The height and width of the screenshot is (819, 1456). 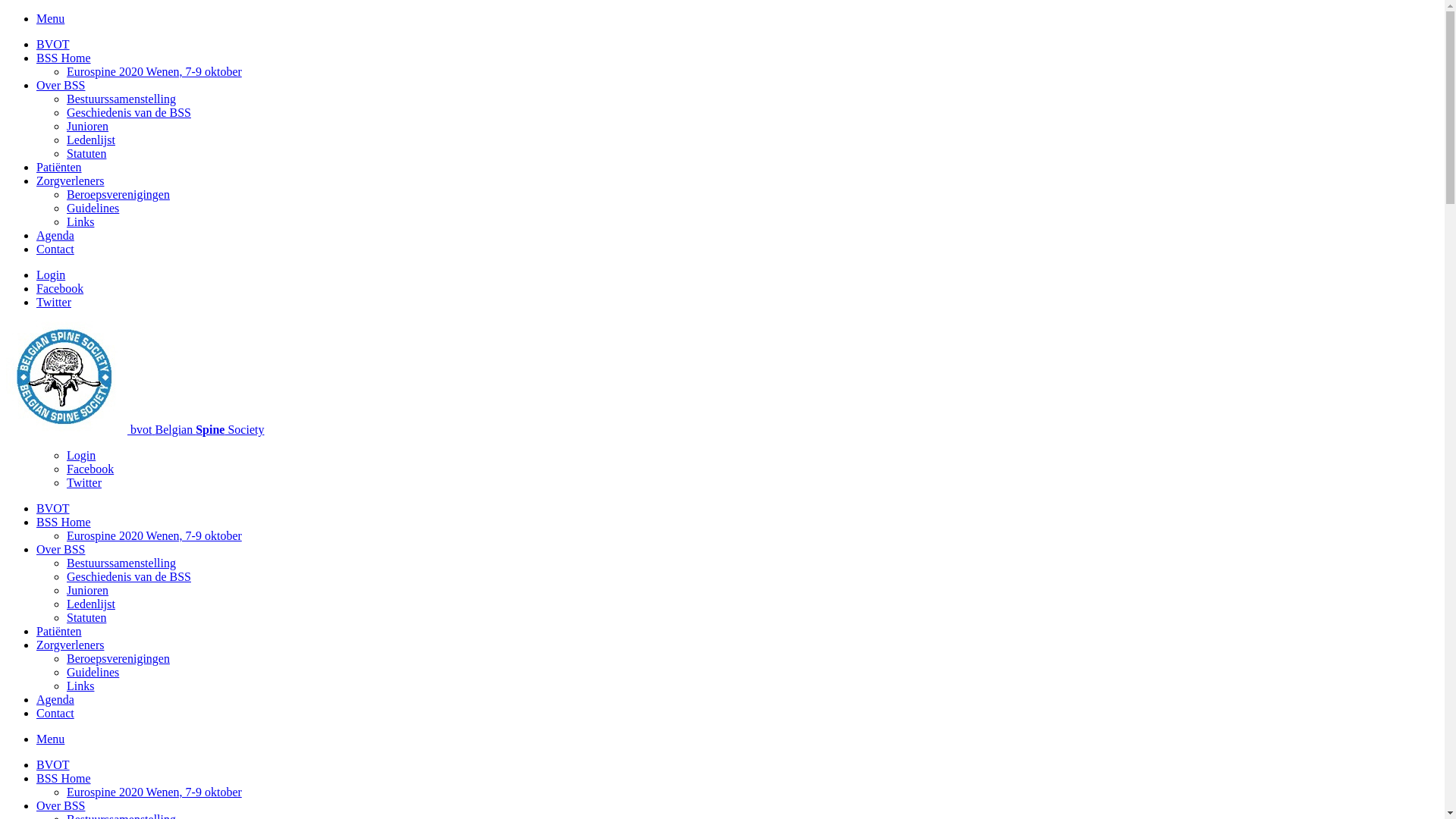 I want to click on 'Bestuurssamenstelling', so click(x=120, y=563).